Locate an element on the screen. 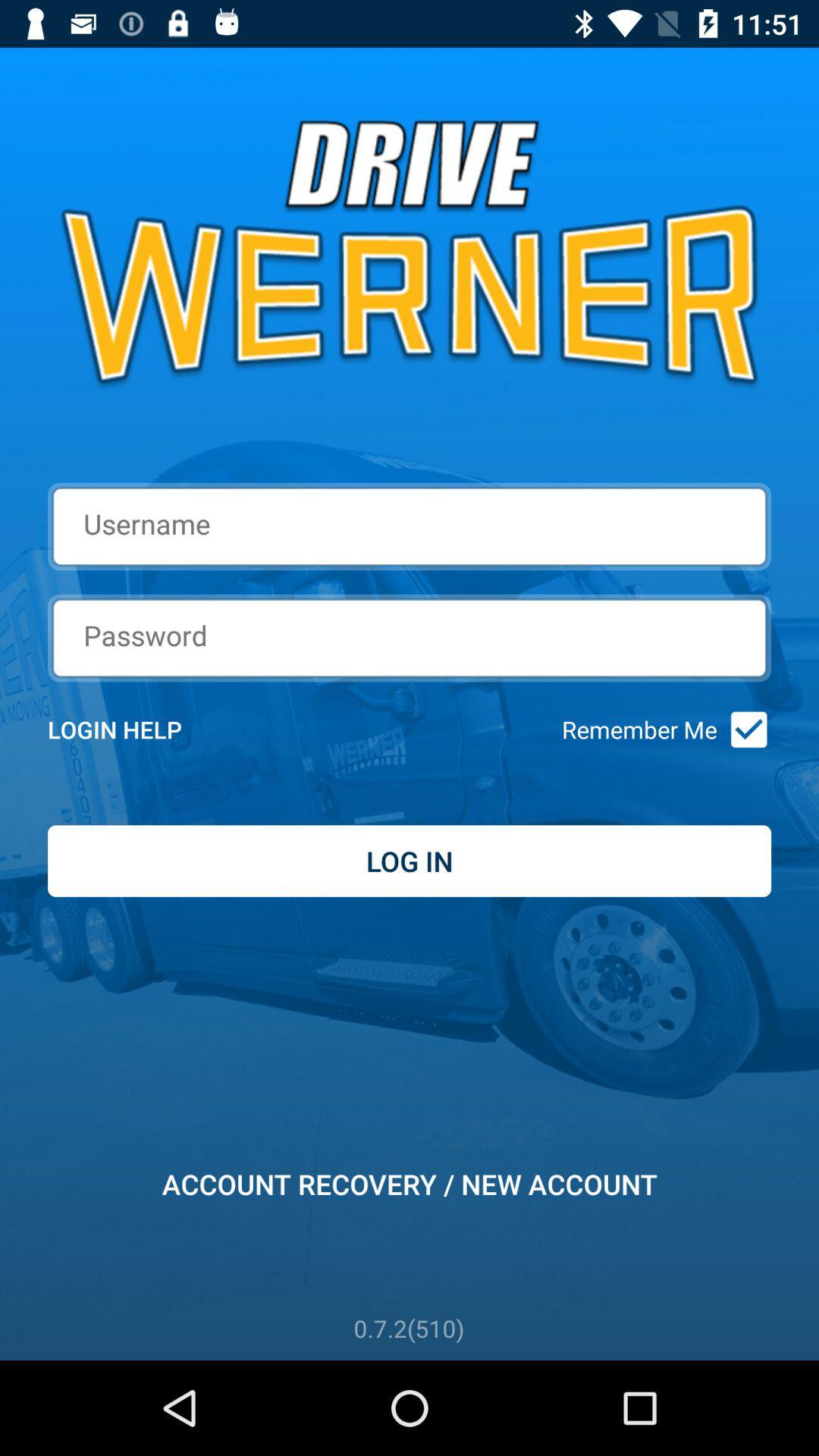 Image resolution: width=819 pixels, height=1456 pixels. account recovery new icon is located at coordinates (409, 1183).